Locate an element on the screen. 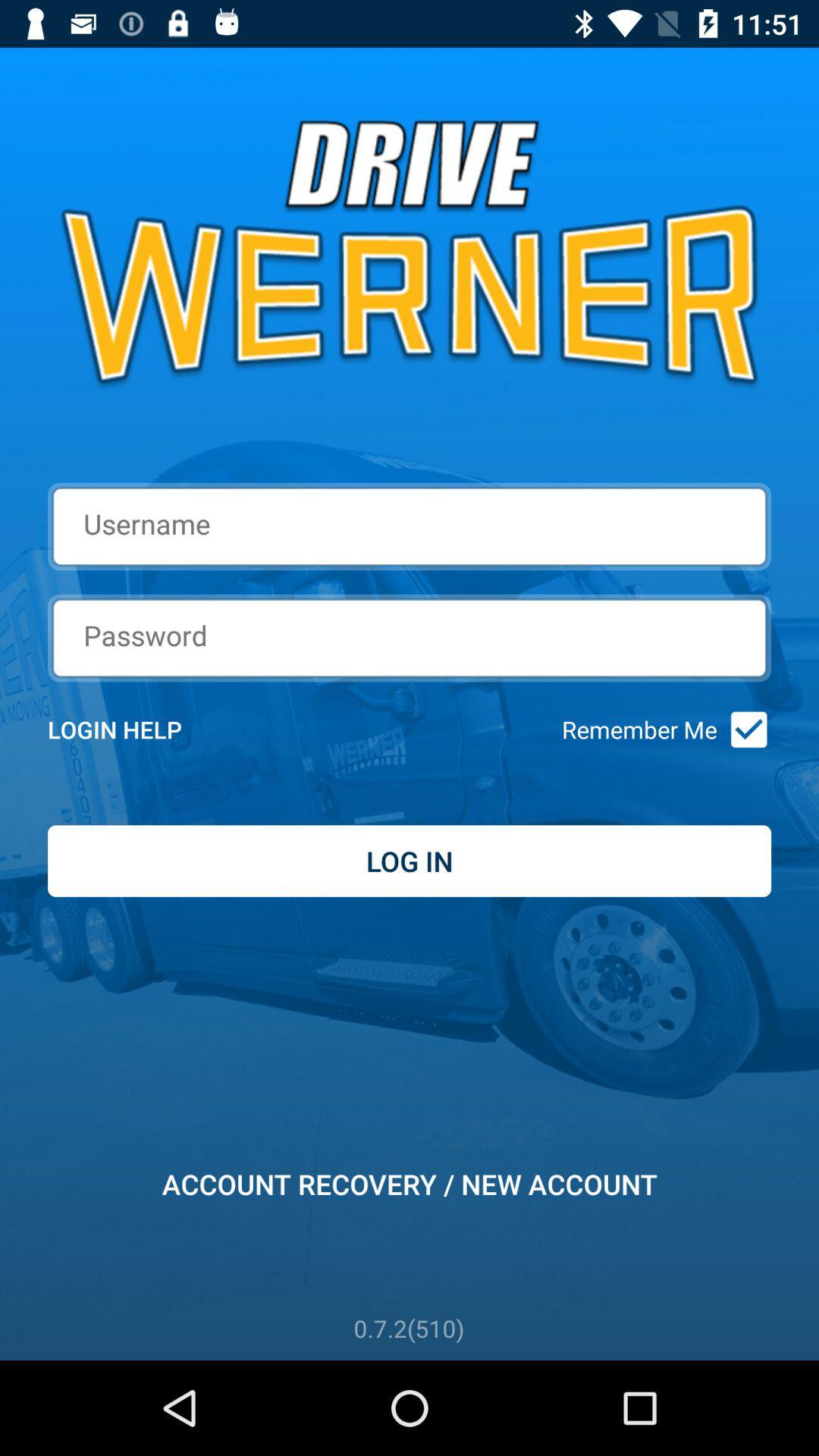 Image resolution: width=819 pixels, height=1456 pixels. account recovery new icon is located at coordinates (409, 1183).